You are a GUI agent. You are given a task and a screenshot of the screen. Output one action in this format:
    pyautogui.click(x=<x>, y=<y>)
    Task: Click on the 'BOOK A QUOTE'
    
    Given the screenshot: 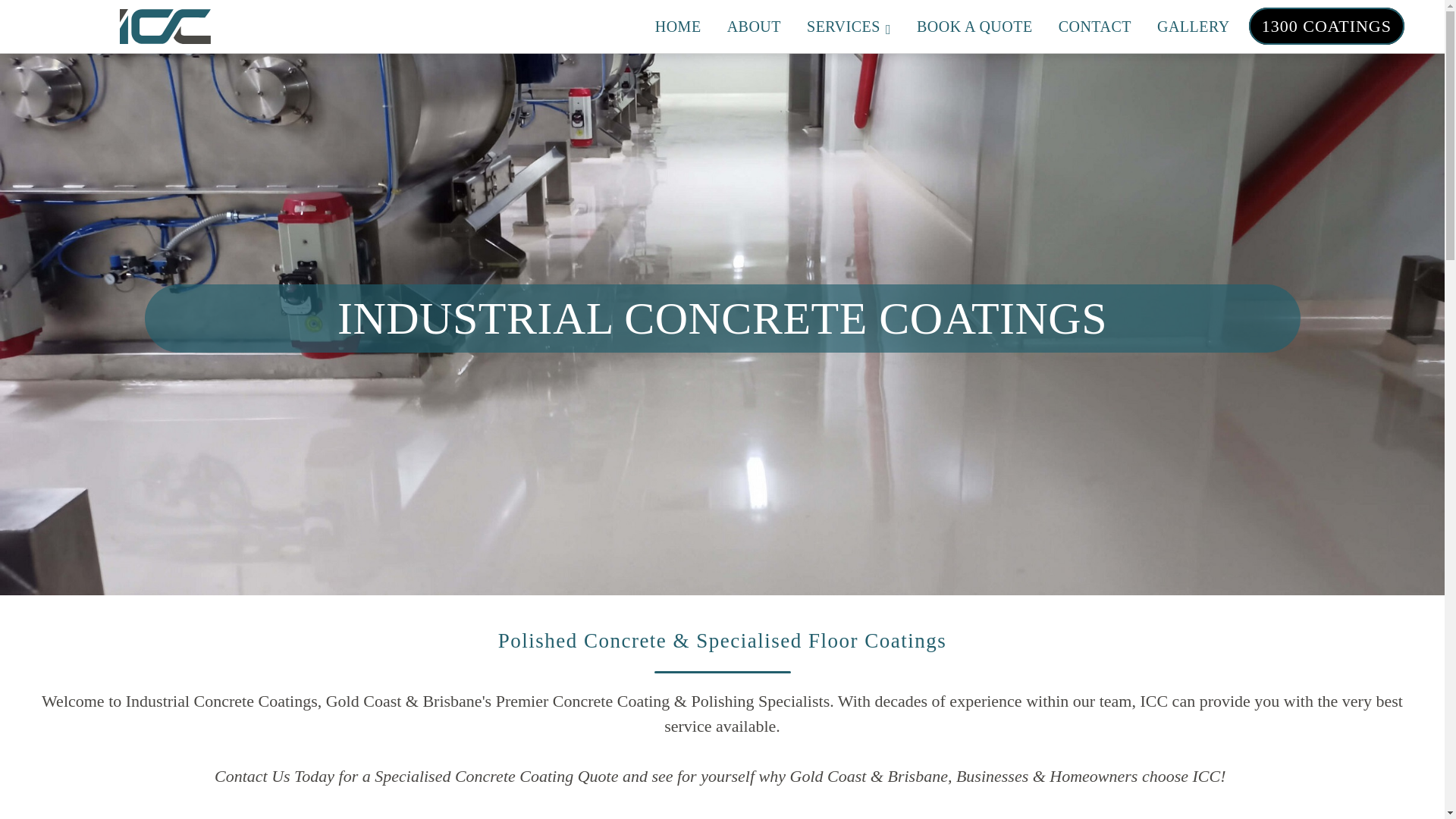 What is the action you would take?
    pyautogui.click(x=974, y=26)
    